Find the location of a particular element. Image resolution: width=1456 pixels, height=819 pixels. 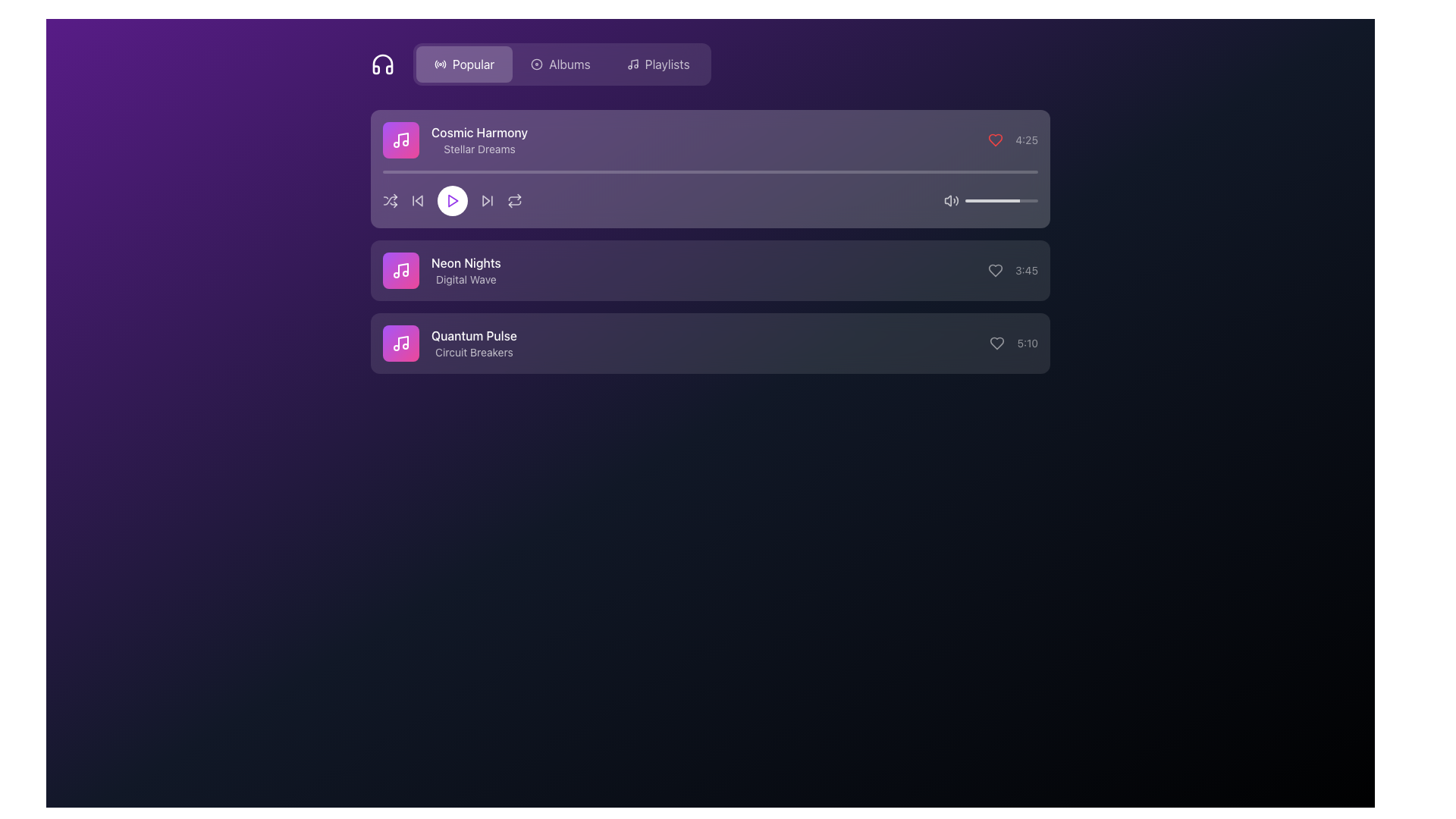

the slider is located at coordinates (996, 200).